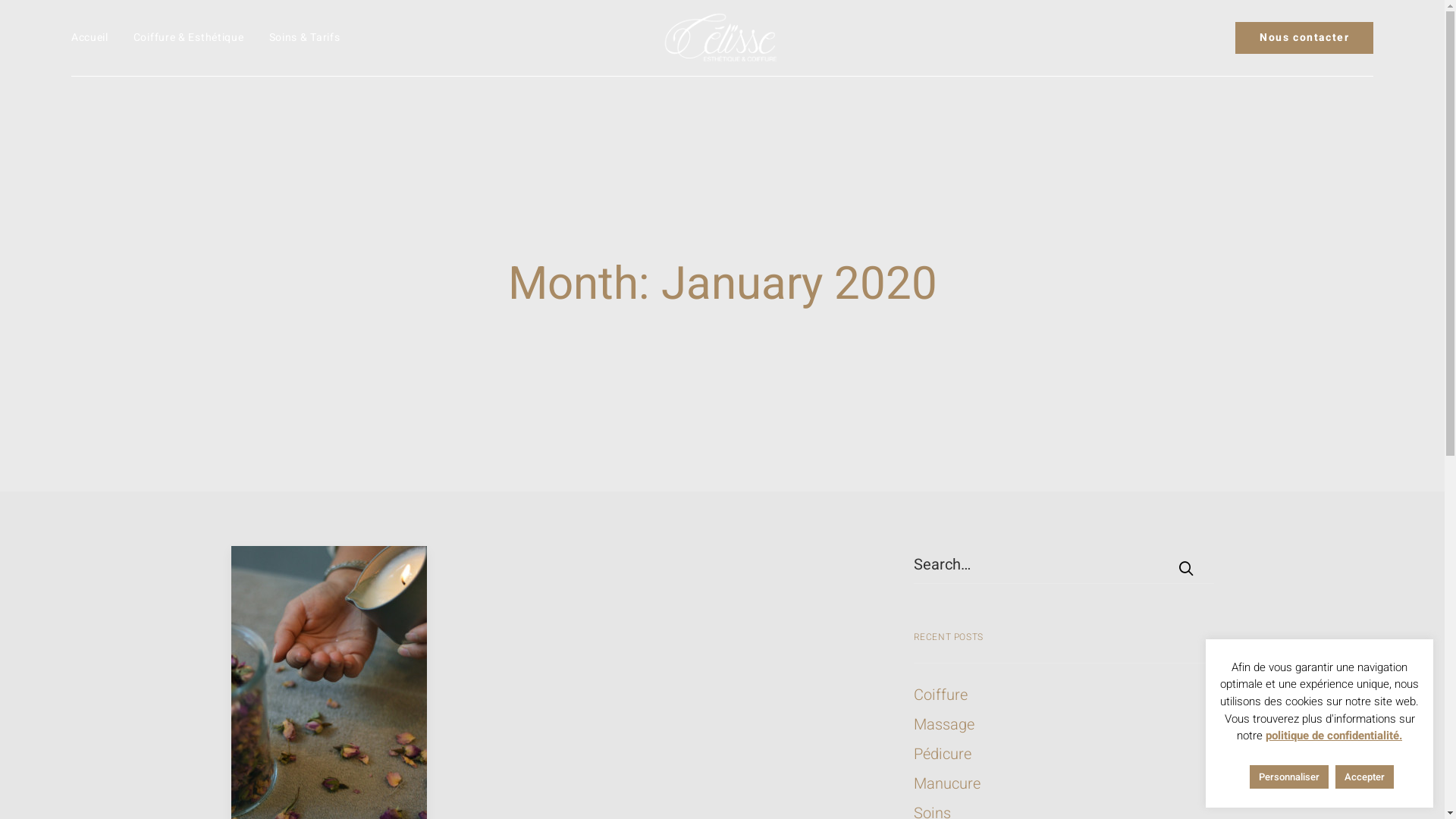 This screenshot has height=819, width=1456. I want to click on 'Accepter', so click(1335, 777).